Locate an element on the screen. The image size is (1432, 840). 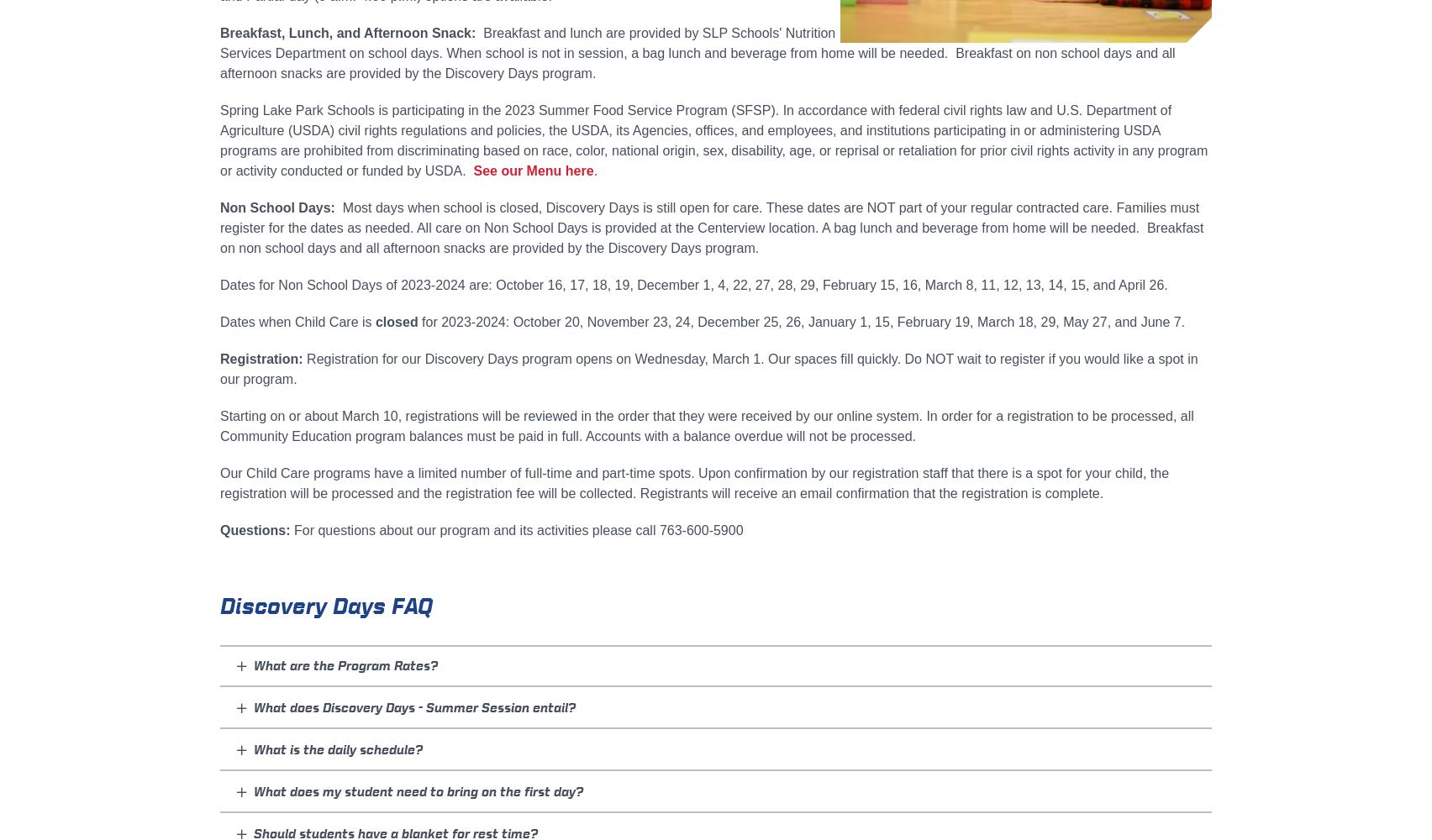
'Starting on or about March 10, registrations will be reviewed in the order that they were received by our online system. In order for a registration to be processed, all Community Education program balances must be paid in full. Accounts with a balance overdue will not be processed.' is located at coordinates (705, 426).